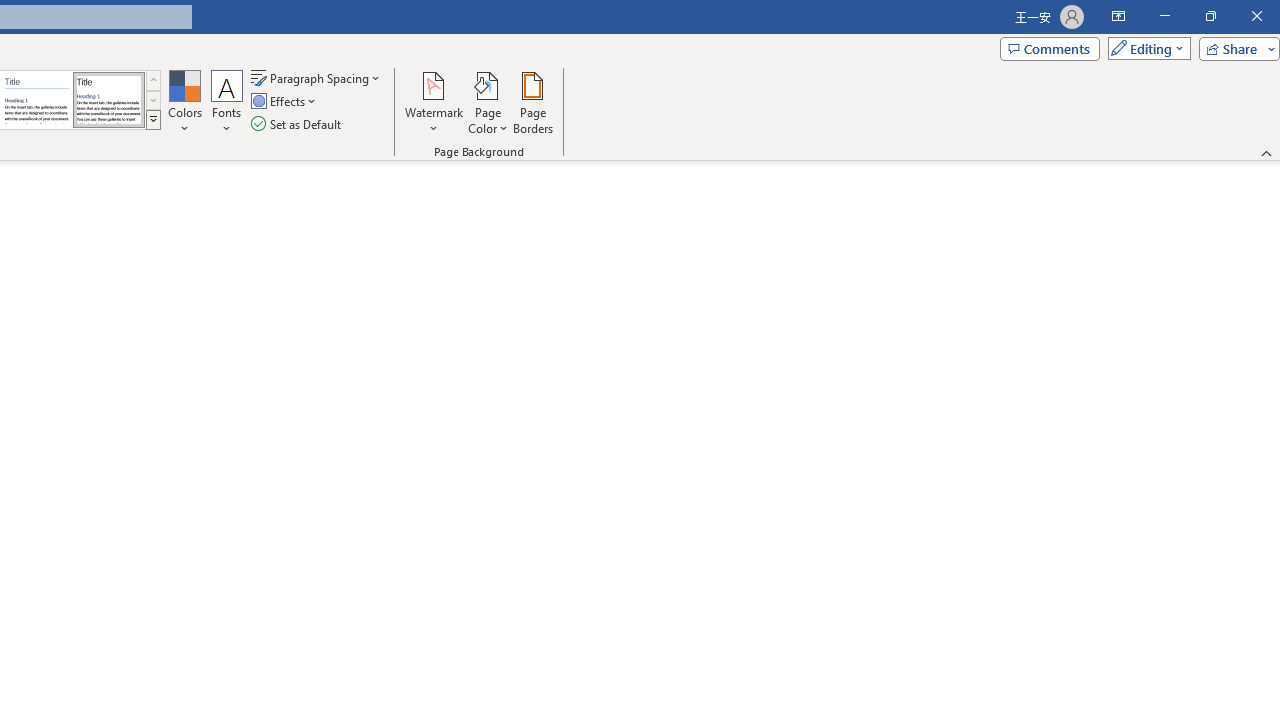  Describe the element at coordinates (152, 120) in the screenshot. I see `'Style Set'` at that location.